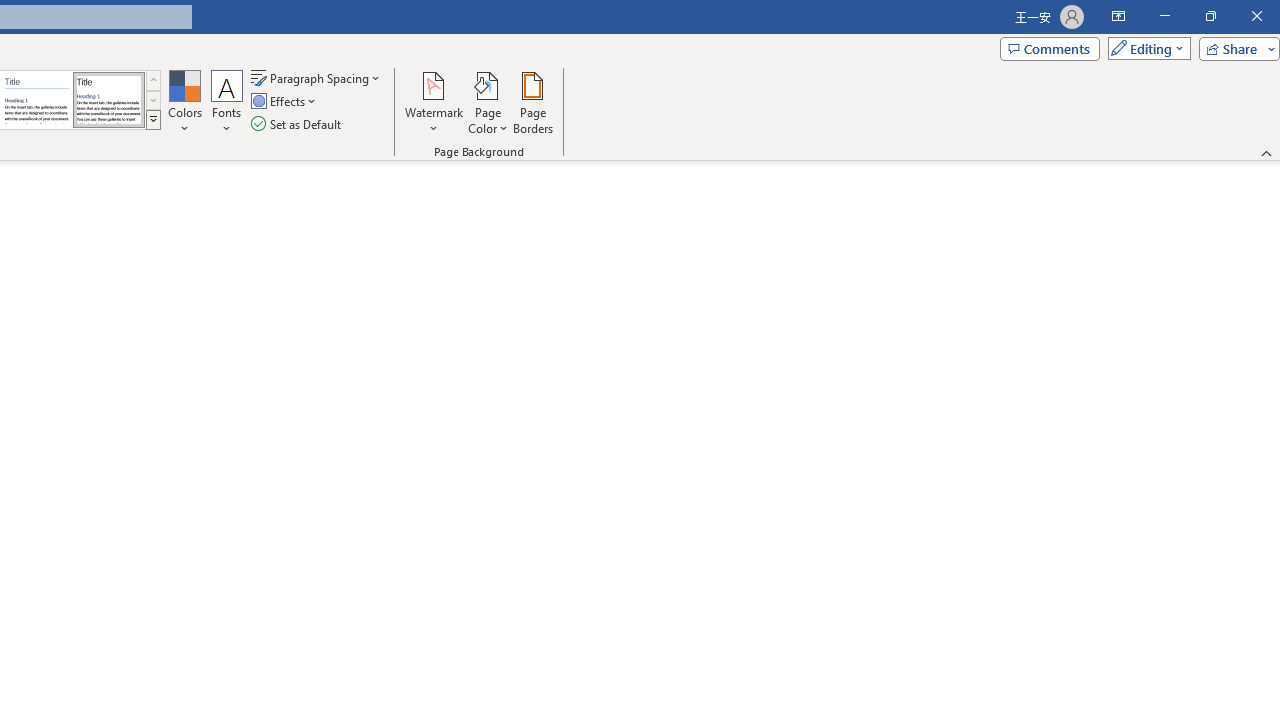  Describe the element at coordinates (152, 120) in the screenshot. I see `'Style Set'` at that location.